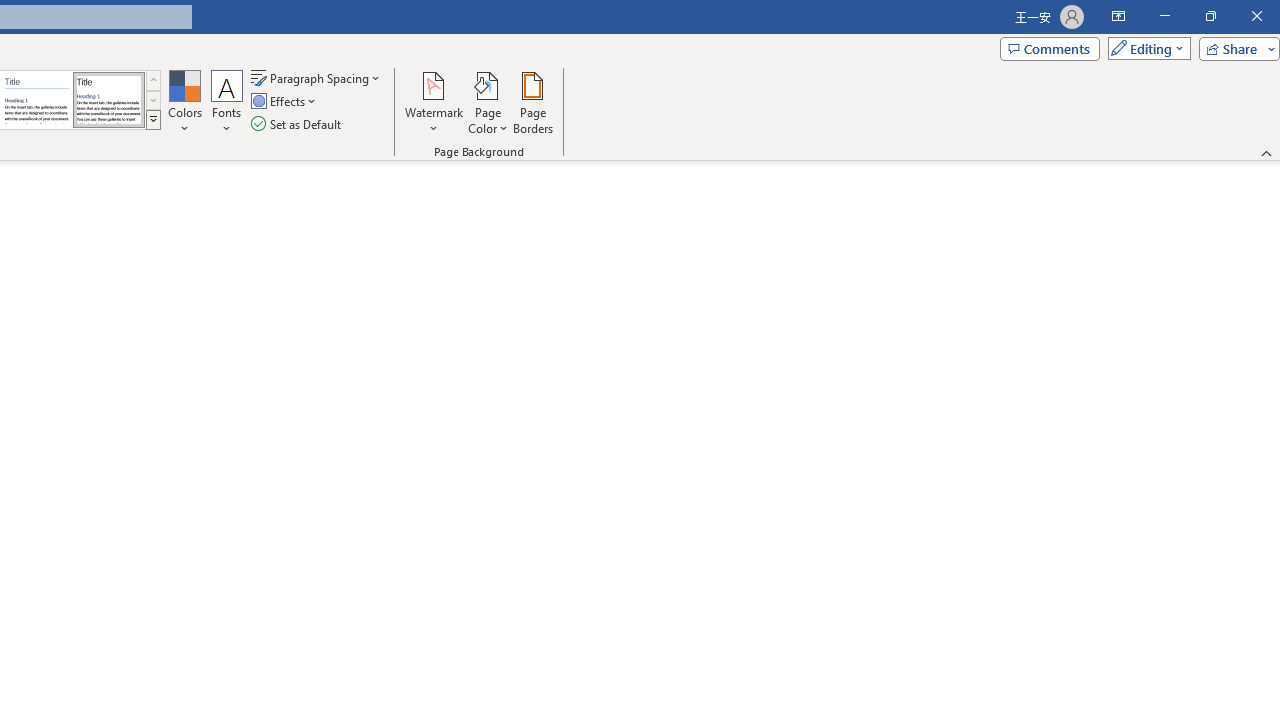  Describe the element at coordinates (152, 120) in the screenshot. I see `'Style Set'` at that location.